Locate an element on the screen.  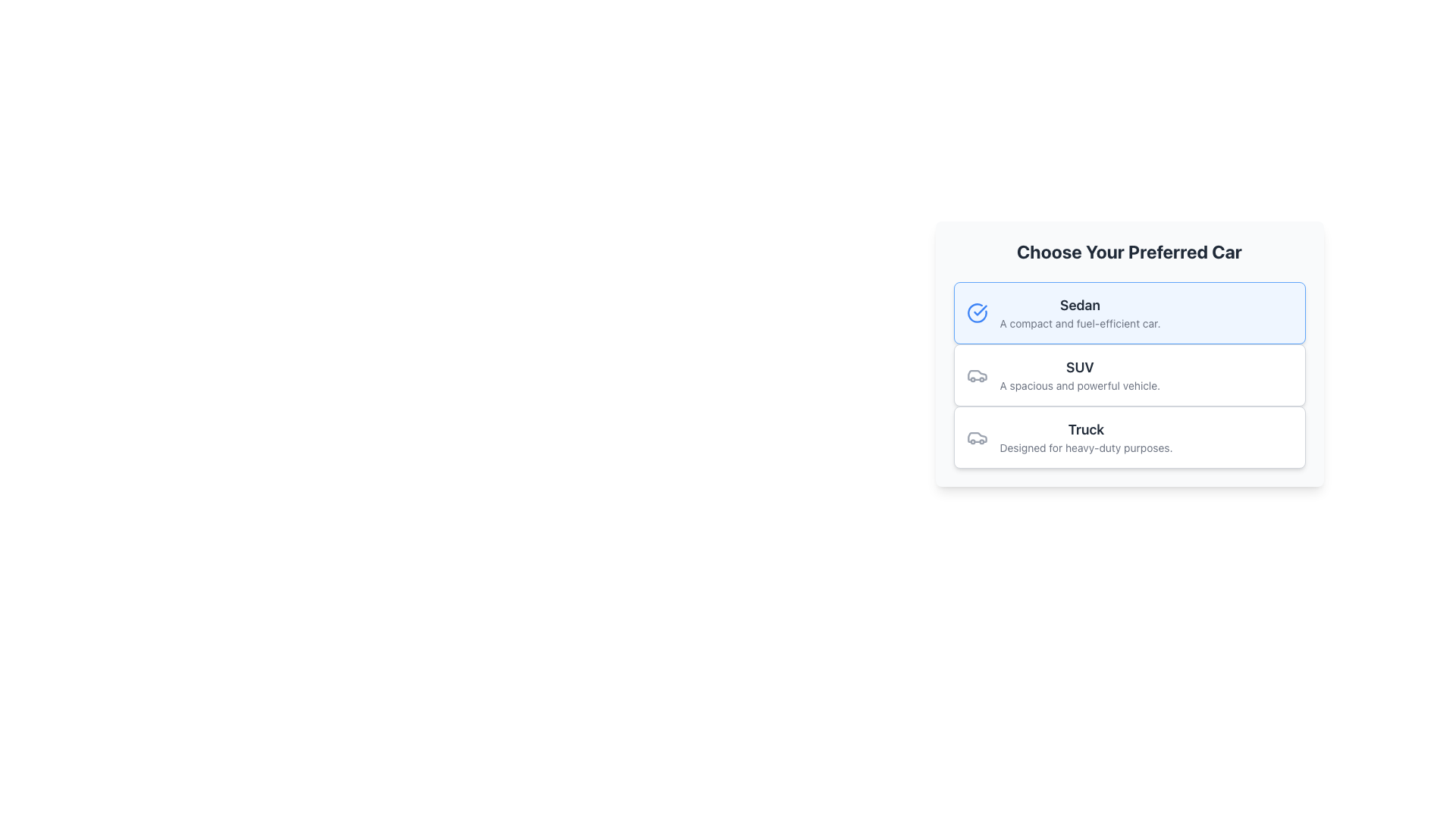
the text description component that displays the name 'Sedan' and the description 'A compact and fuel-efficient car.' in the first card of the car selection interface is located at coordinates (1079, 312).